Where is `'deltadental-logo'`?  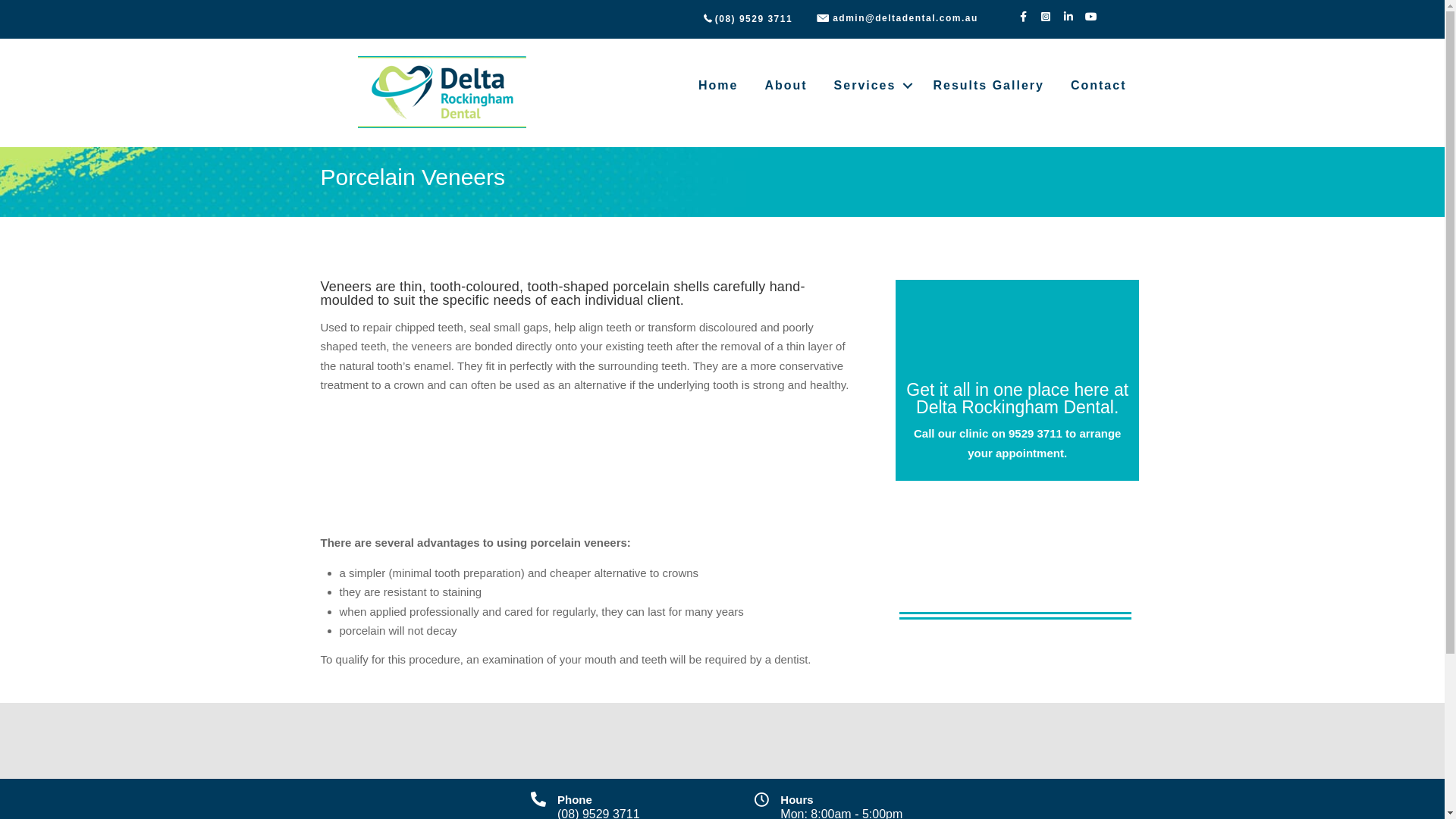
'deltadental-logo' is located at coordinates (443, 93).